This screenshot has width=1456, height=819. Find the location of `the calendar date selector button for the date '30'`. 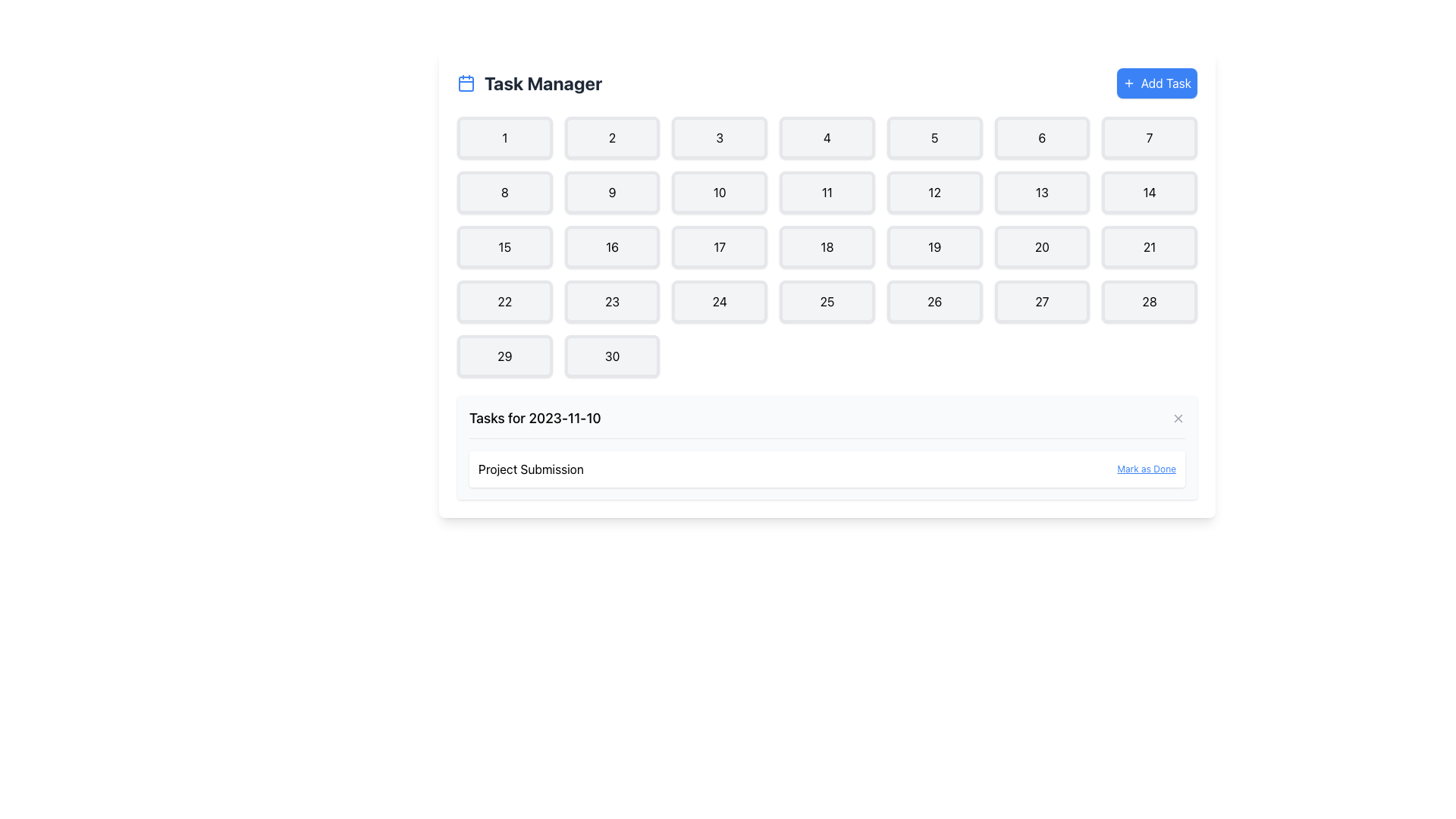

the calendar date selector button for the date '30' is located at coordinates (612, 356).